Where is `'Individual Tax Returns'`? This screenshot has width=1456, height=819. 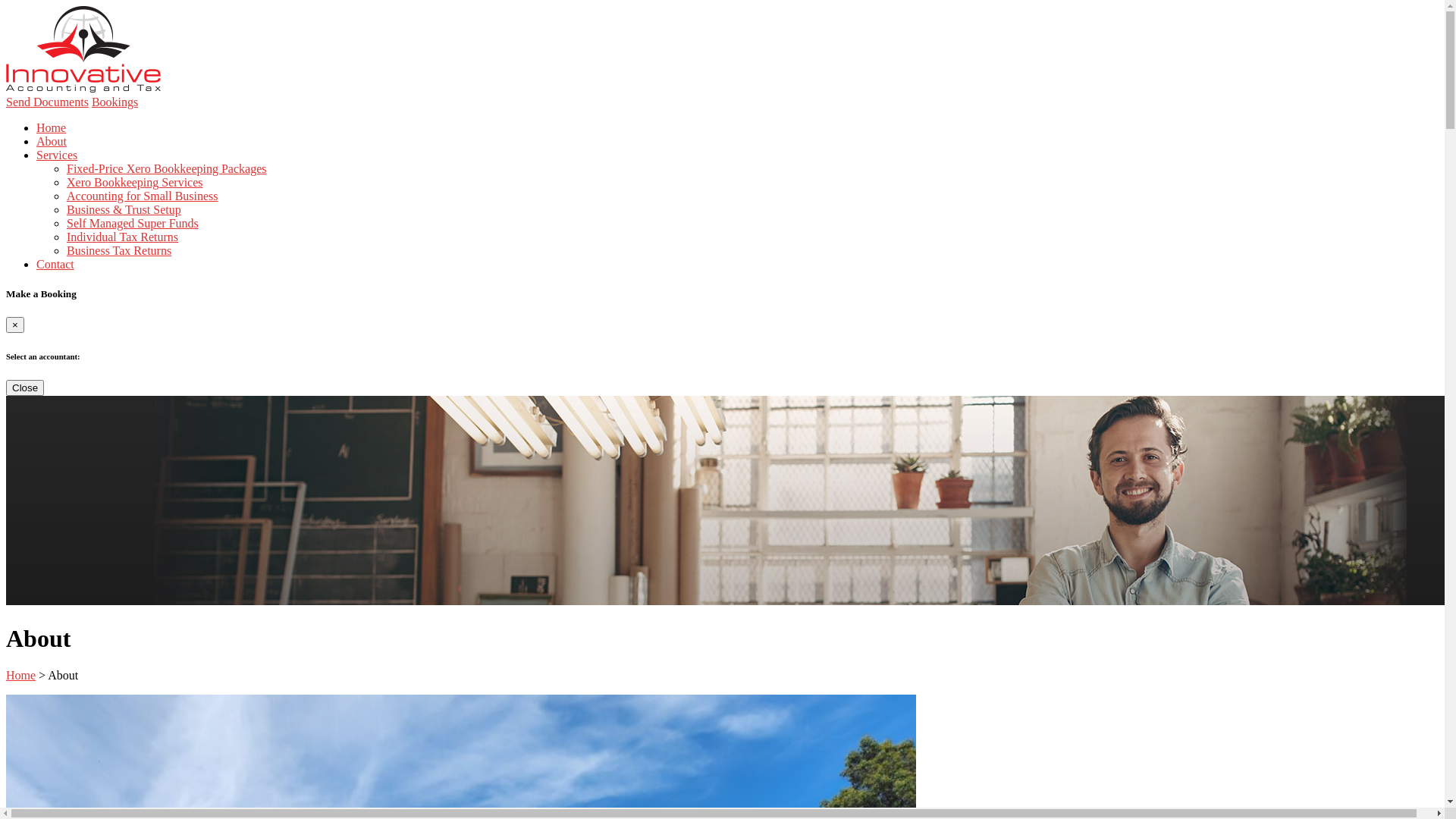 'Individual Tax Returns' is located at coordinates (122, 237).